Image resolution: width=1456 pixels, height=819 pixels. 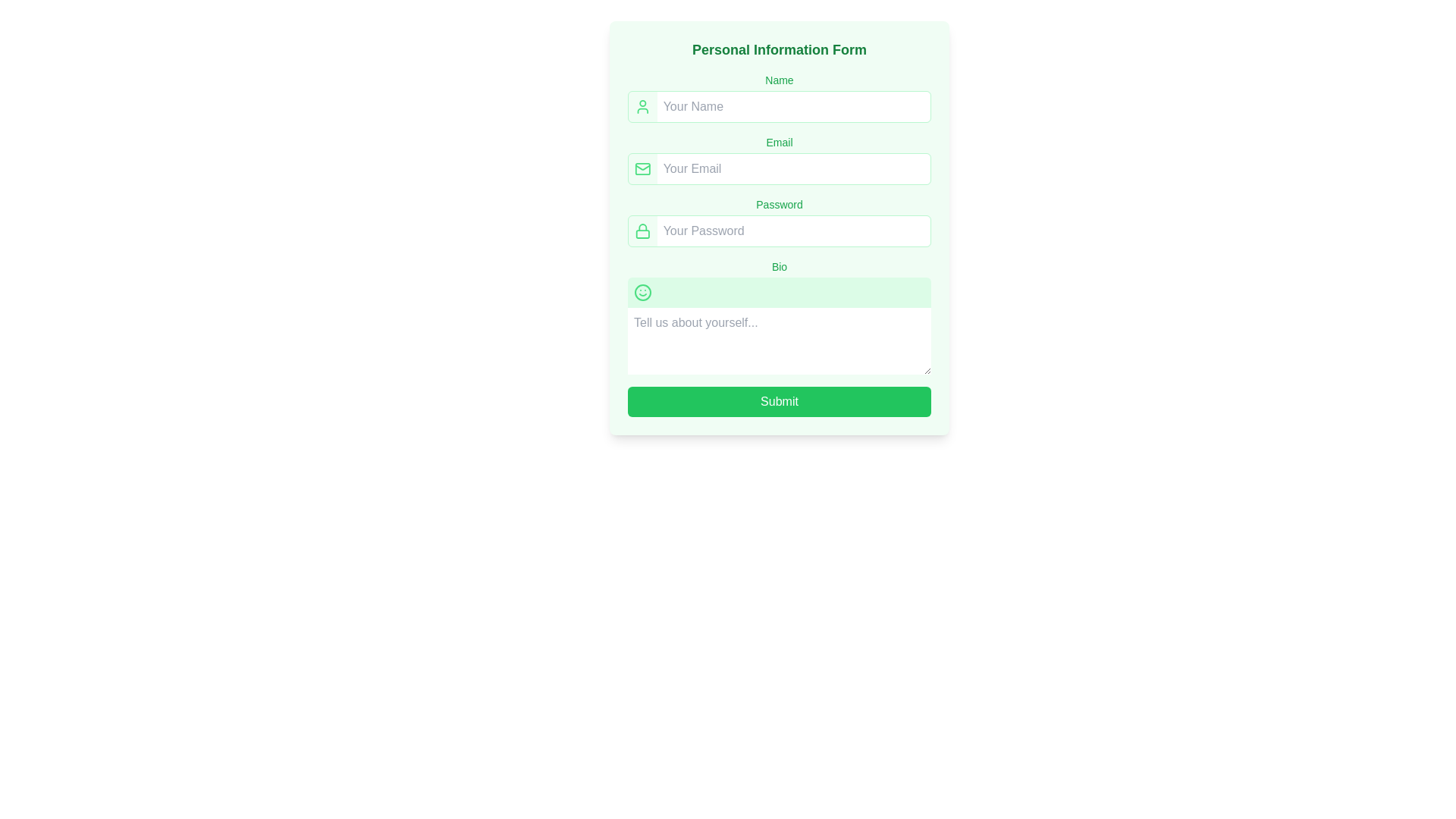 I want to click on the 'Password' label, which is styled in green and positioned above the password input field within the form layout, so click(x=779, y=205).